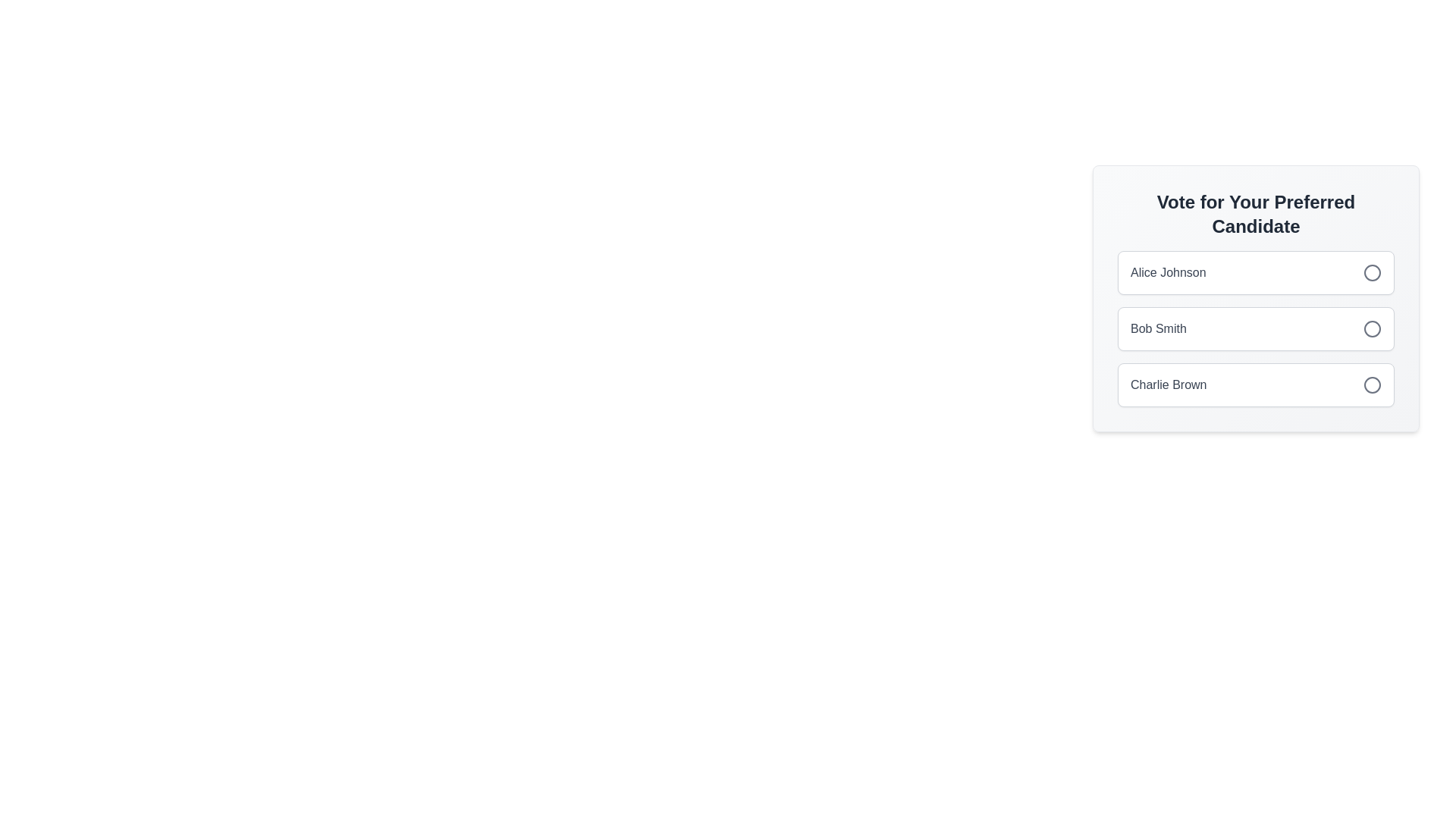 This screenshot has width=1456, height=819. What do you see at coordinates (1256, 214) in the screenshot?
I see `the header text 'Vote for Your Preferred Candidate' which is centrally aligned and styled with a bold font in dark gray, located at the top of a bordered, rounded rectangular section` at bounding box center [1256, 214].